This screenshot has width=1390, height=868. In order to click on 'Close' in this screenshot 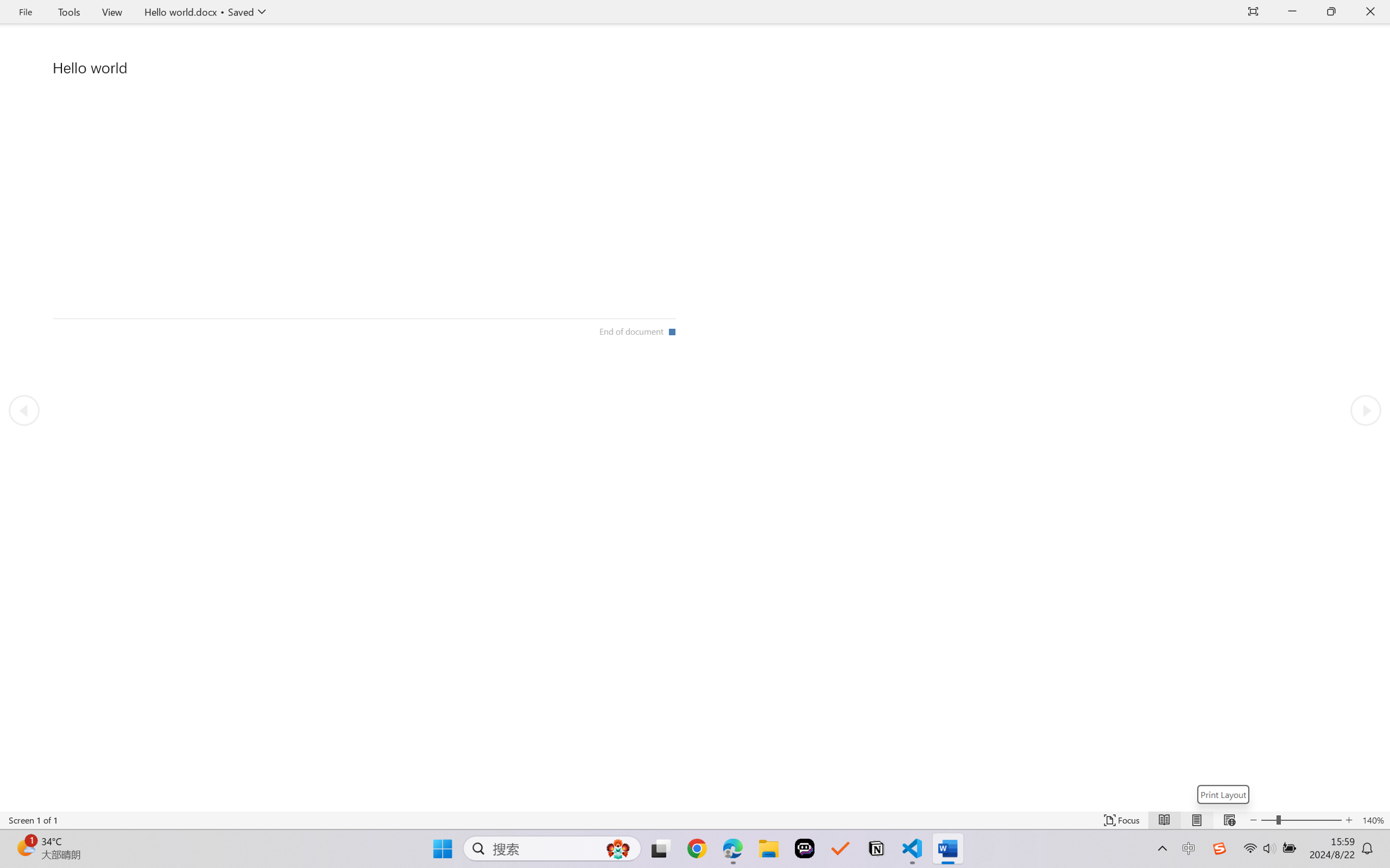, I will do `click(1370, 11)`.